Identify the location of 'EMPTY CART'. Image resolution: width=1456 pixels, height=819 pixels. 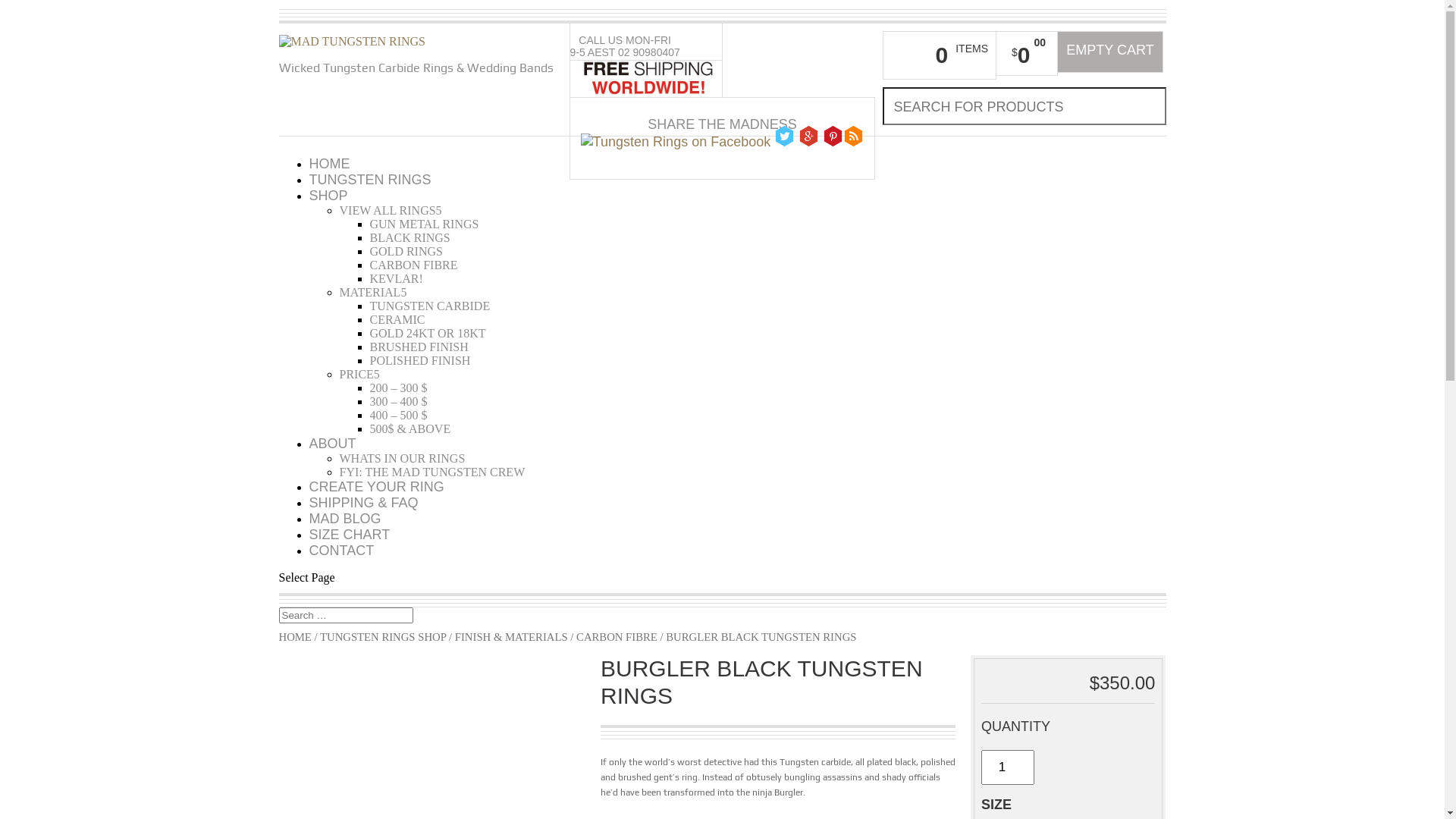
(1110, 51).